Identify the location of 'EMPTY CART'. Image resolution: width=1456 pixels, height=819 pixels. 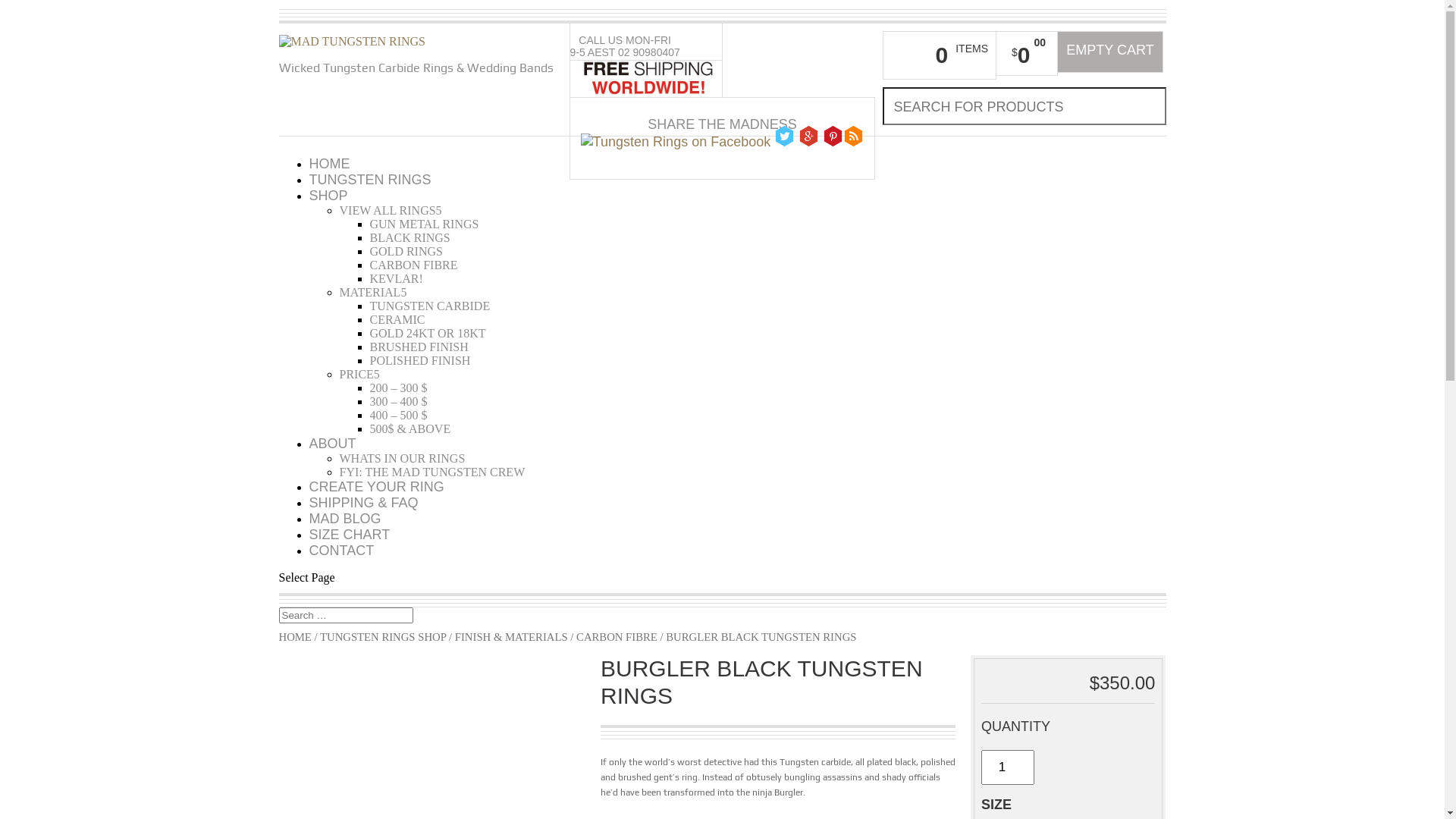
(1110, 51).